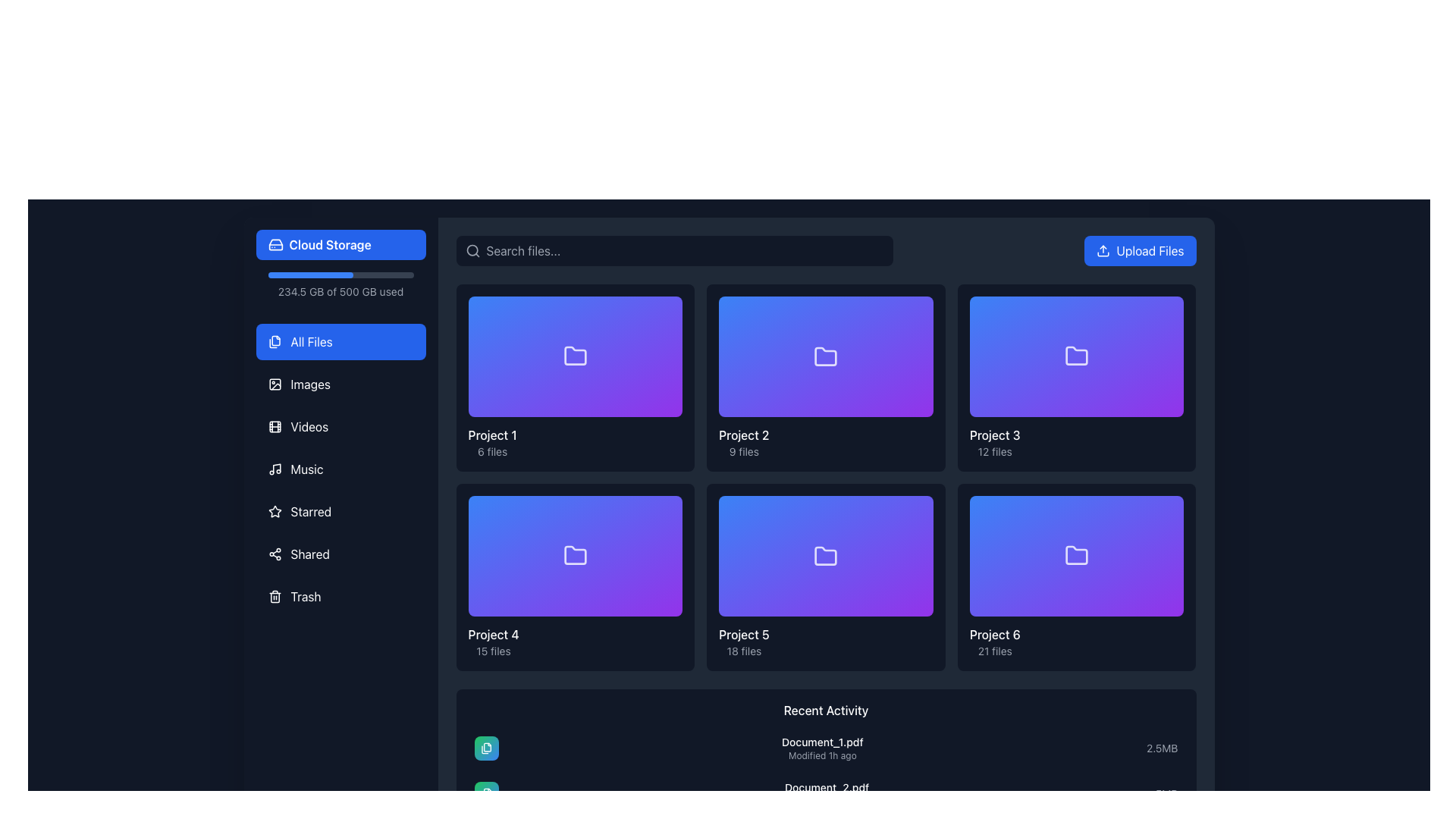 This screenshot has width=1456, height=819. I want to click on the 'All Files' text label in the navigation menu, so click(311, 342).